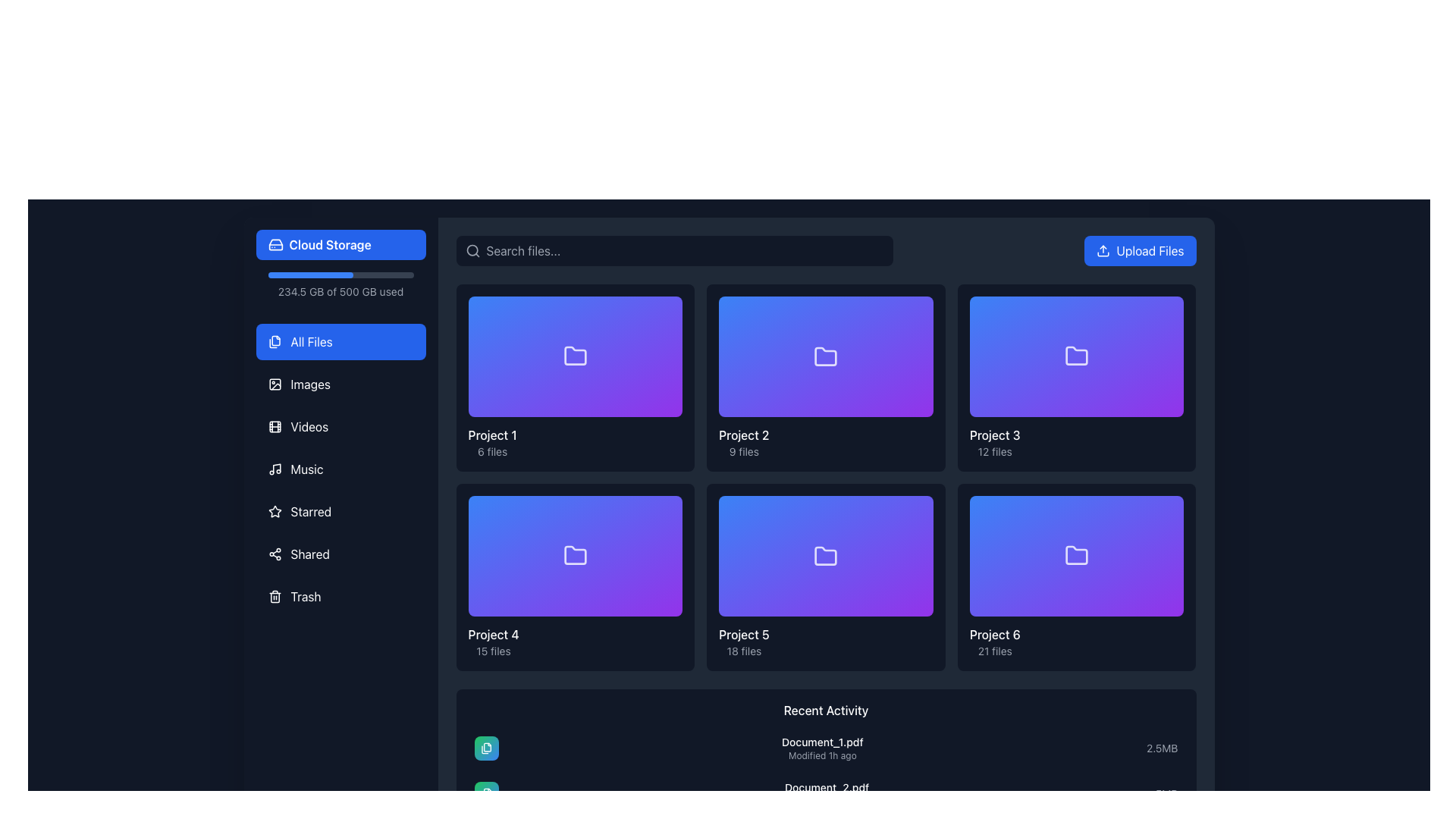 This screenshot has width=1456, height=819. I want to click on the 'All Files' text label in the navigation menu, so click(311, 342).